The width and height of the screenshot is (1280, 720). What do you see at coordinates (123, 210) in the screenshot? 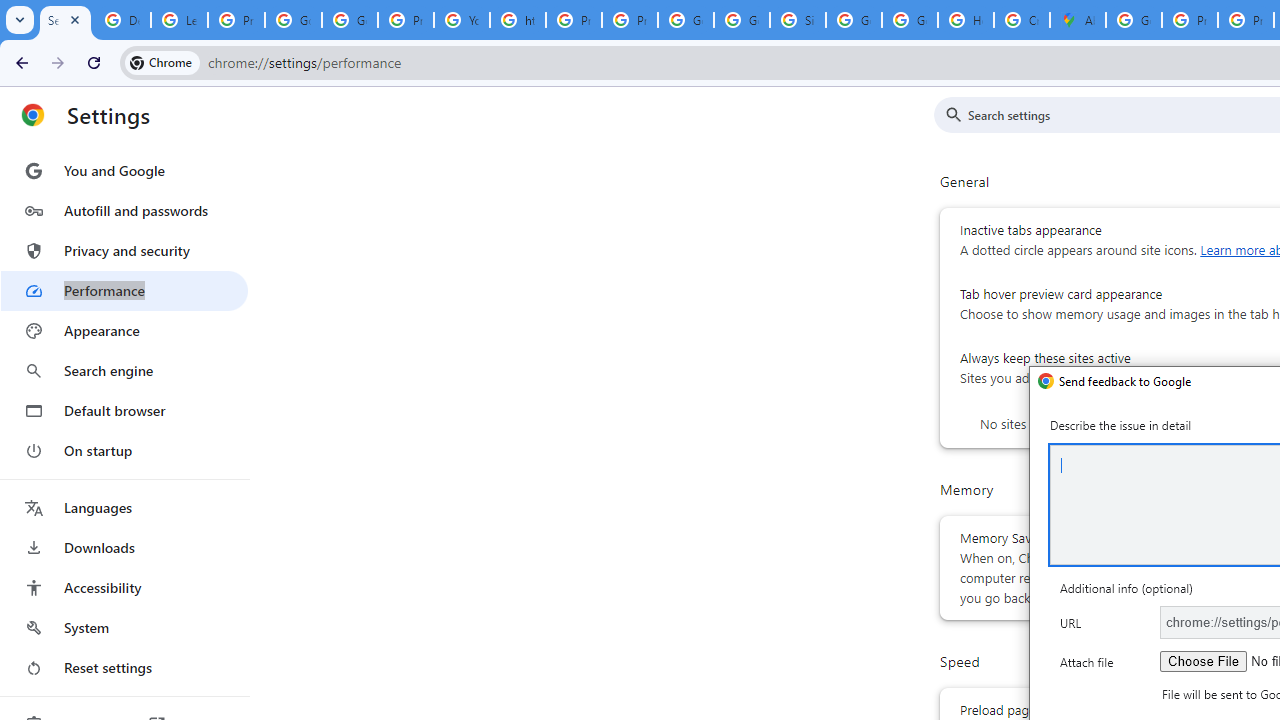
I see `'Autofill and passwords'` at bounding box center [123, 210].